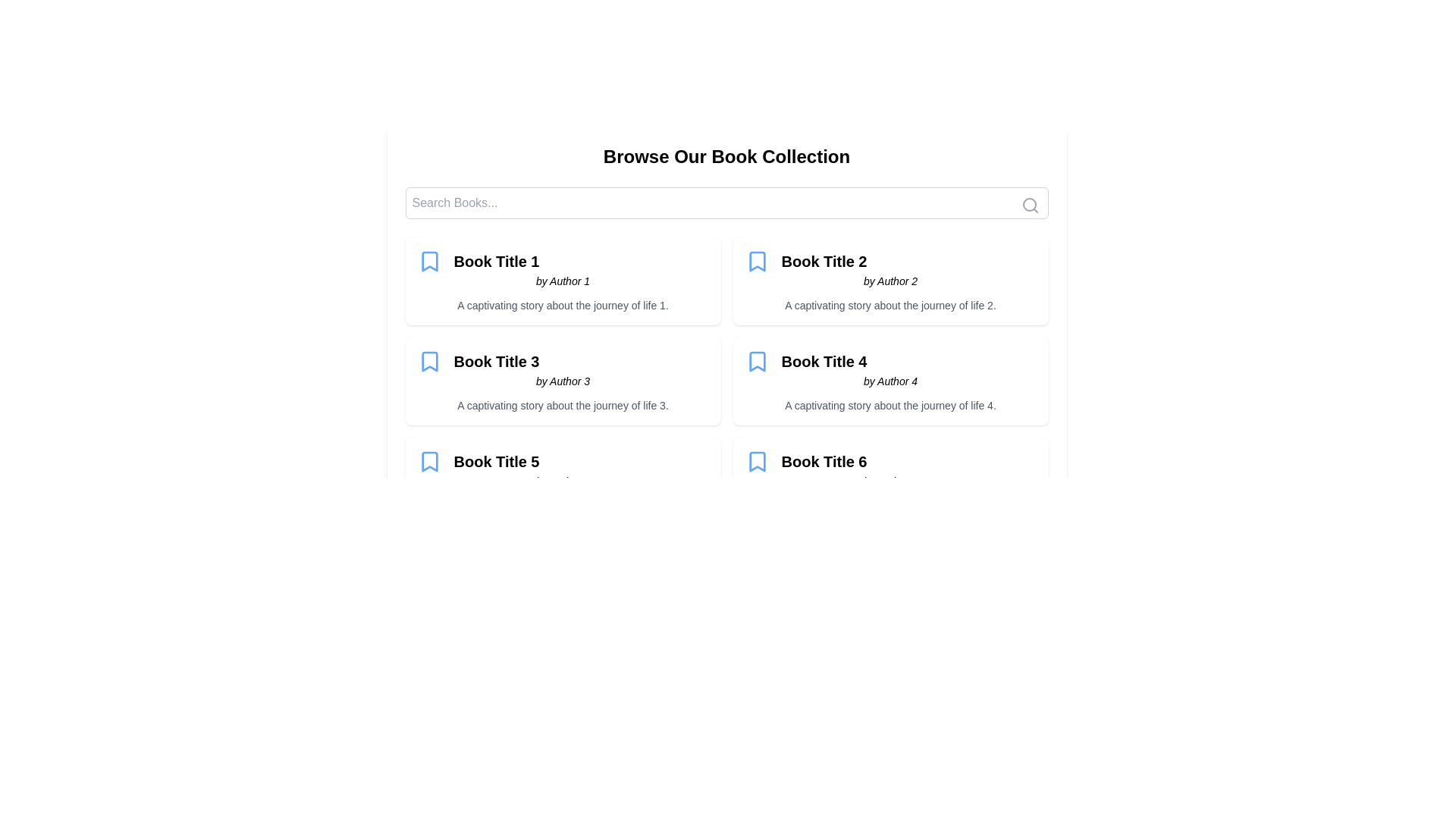 This screenshot has width=1456, height=819. Describe the element at coordinates (823, 461) in the screenshot. I see `title of the book entry, which is a bold text label located in the bottom-right section of the grid layout, specifically as the title of the sixth book` at that location.